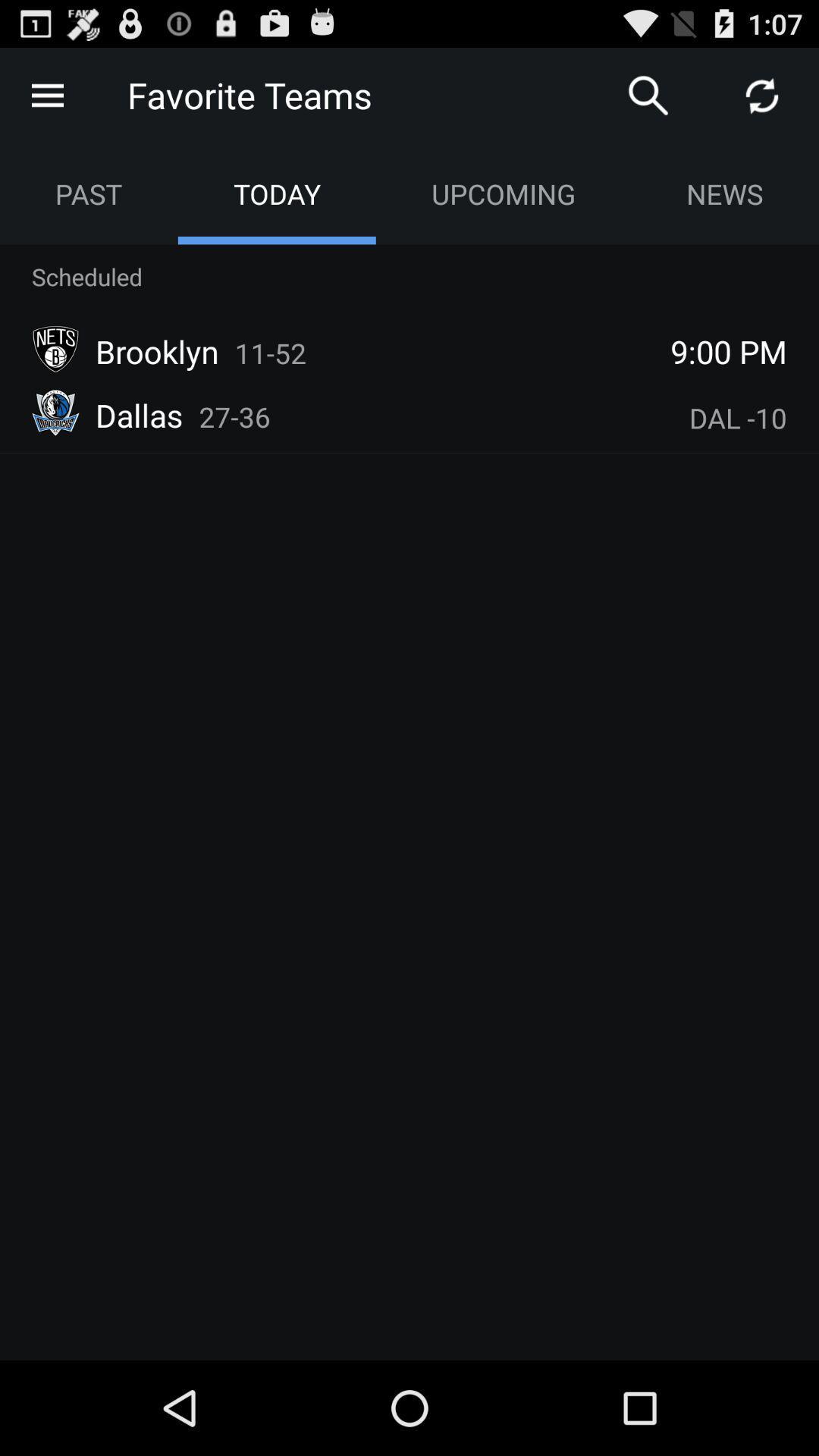  What do you see at coordinates (157, 350) in the screenshot?
I see `item to the left of 11-52` at bounding box center [157, 350].